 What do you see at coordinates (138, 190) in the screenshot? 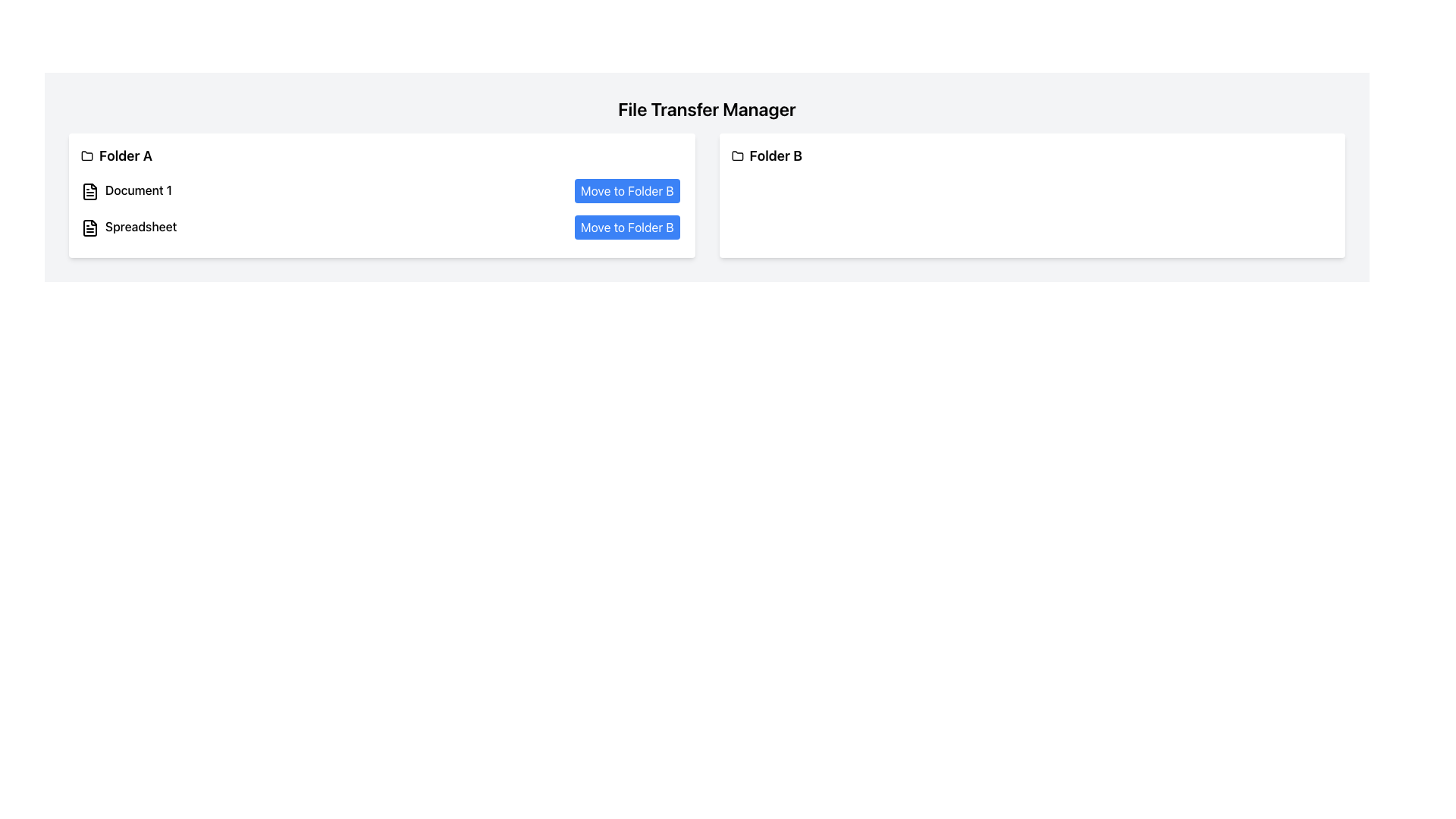
I see `the Text label under 'Folder A'` at bounding box center [138, 190].